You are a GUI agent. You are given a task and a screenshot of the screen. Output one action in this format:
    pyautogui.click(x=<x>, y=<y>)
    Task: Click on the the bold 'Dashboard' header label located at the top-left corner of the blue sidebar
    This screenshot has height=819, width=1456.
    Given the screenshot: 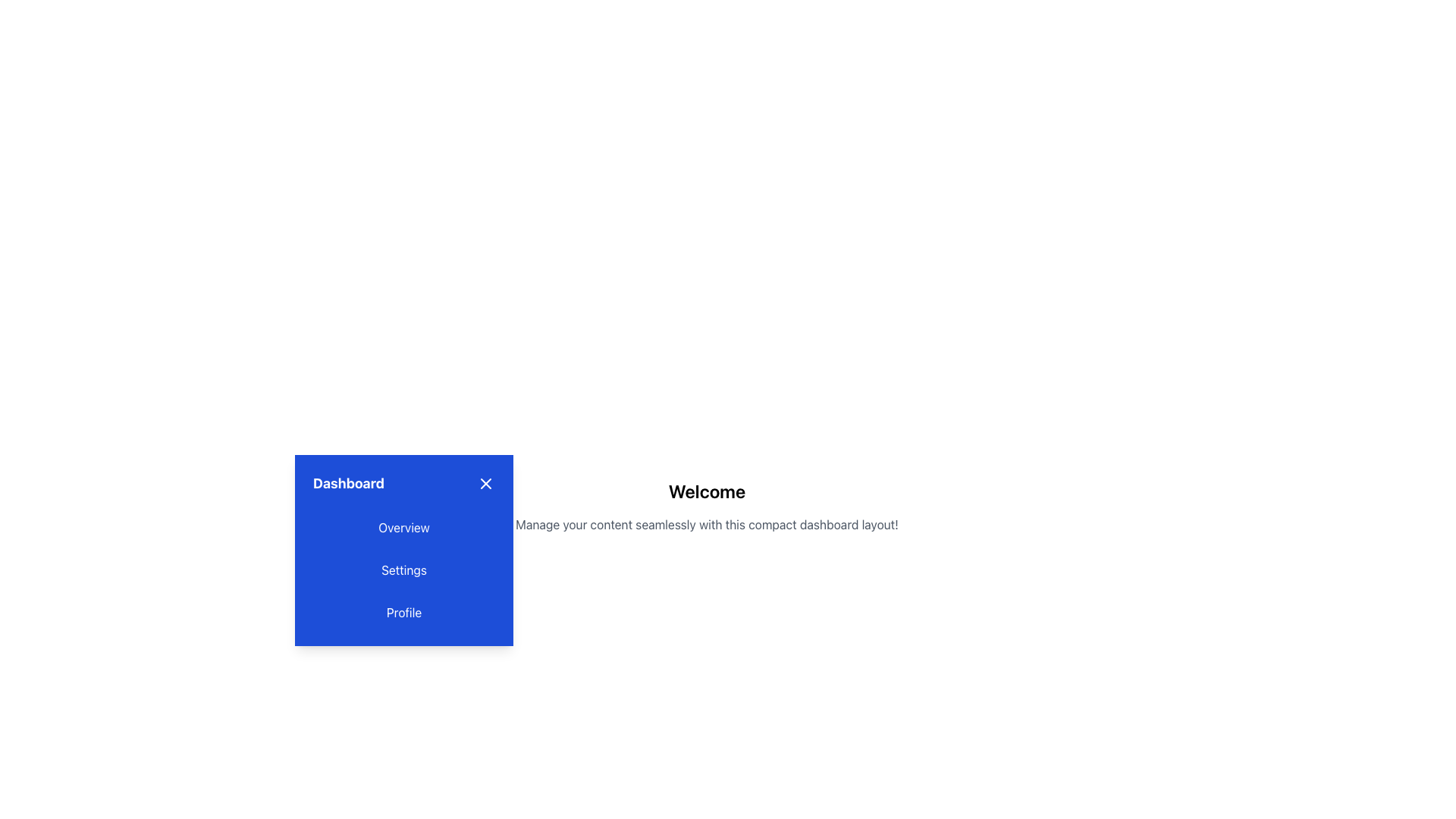 What is the action you would take?
    pyautogui.click(x=348, y=483)
    